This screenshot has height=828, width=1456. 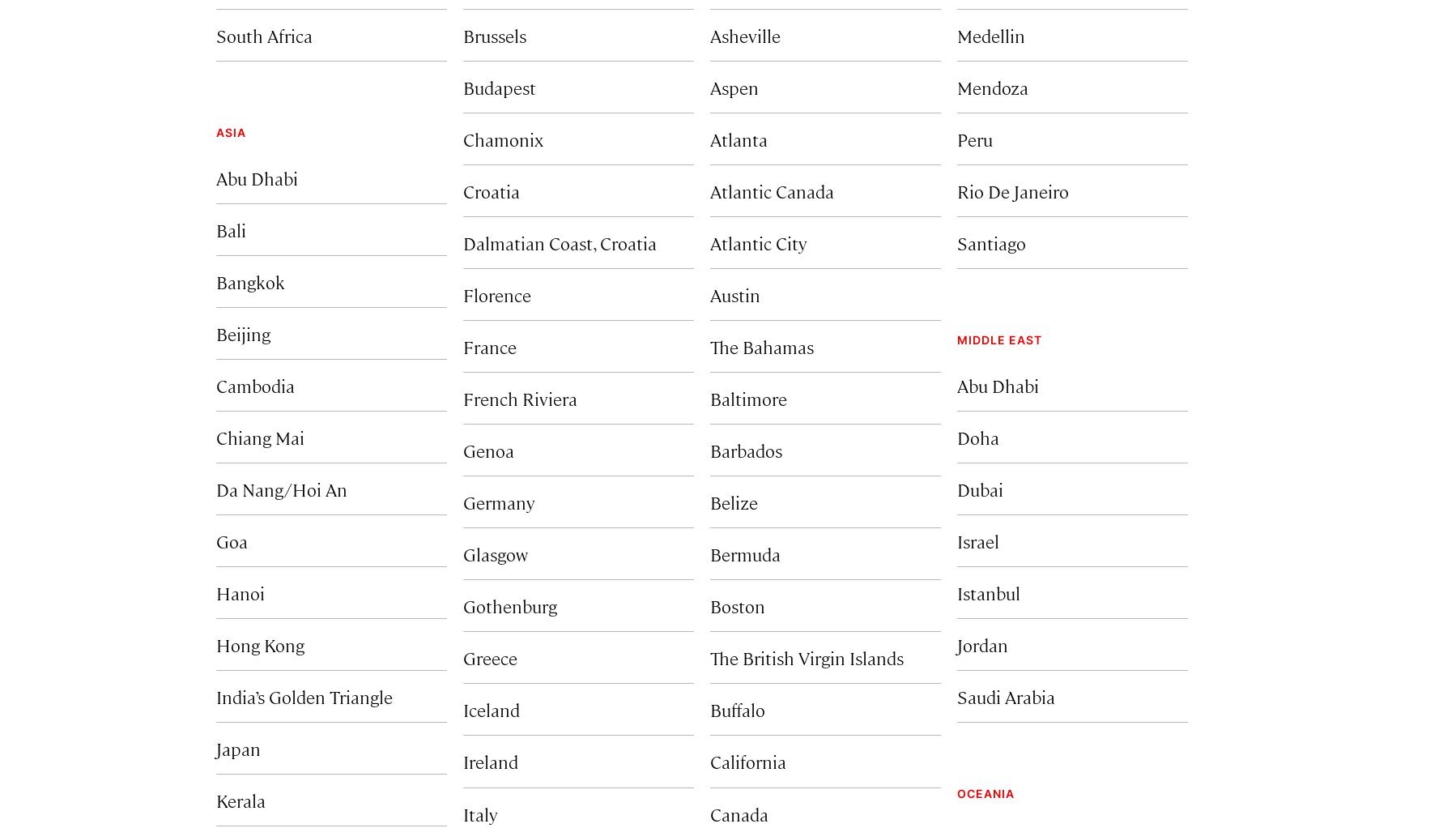 I want to click on 'Greece', so click(x=489, y=656).